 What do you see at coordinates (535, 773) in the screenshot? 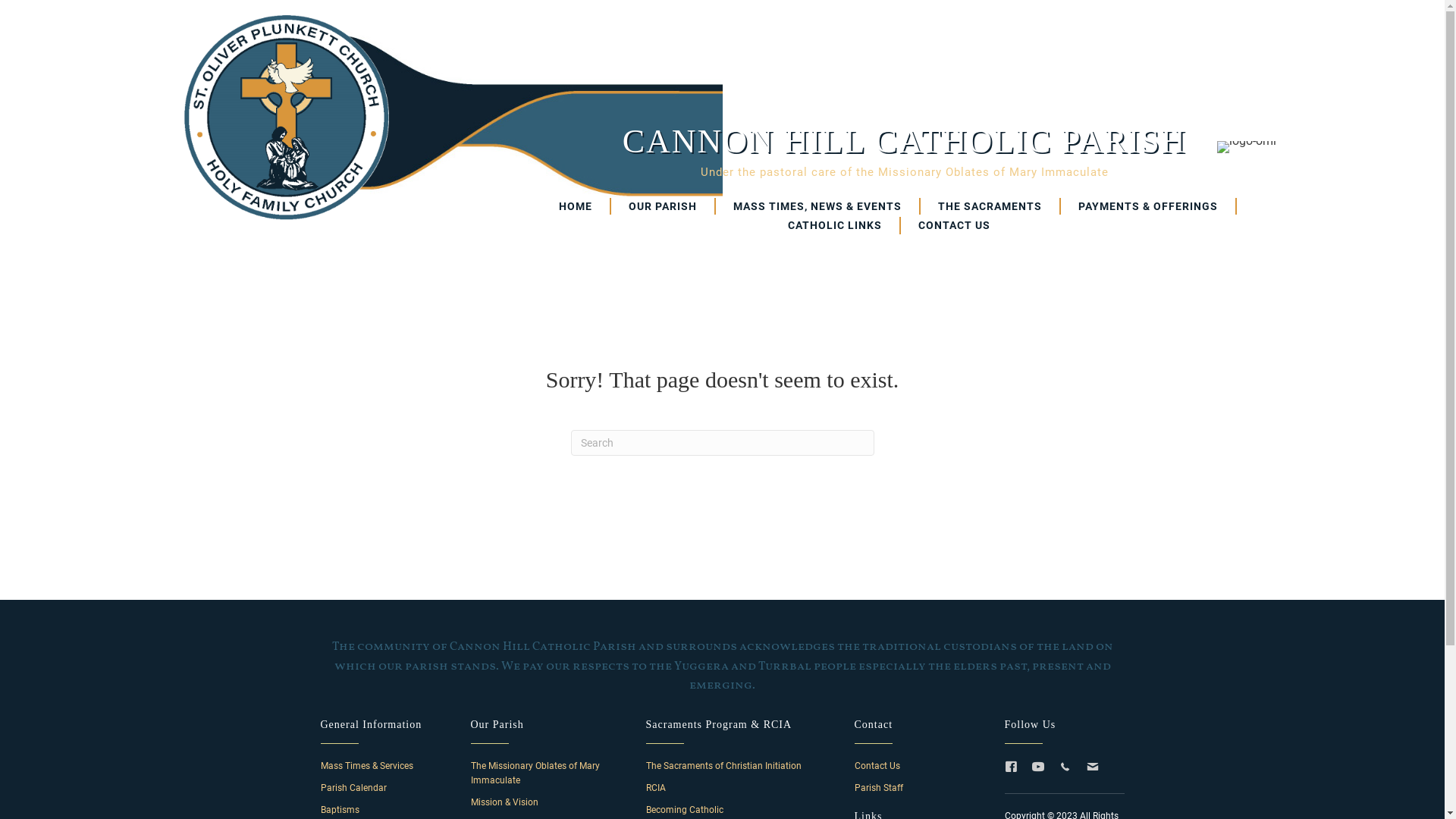
I see `'The Missionary Oblates of Mary Immaculate'` at bounding box center [535, 773].